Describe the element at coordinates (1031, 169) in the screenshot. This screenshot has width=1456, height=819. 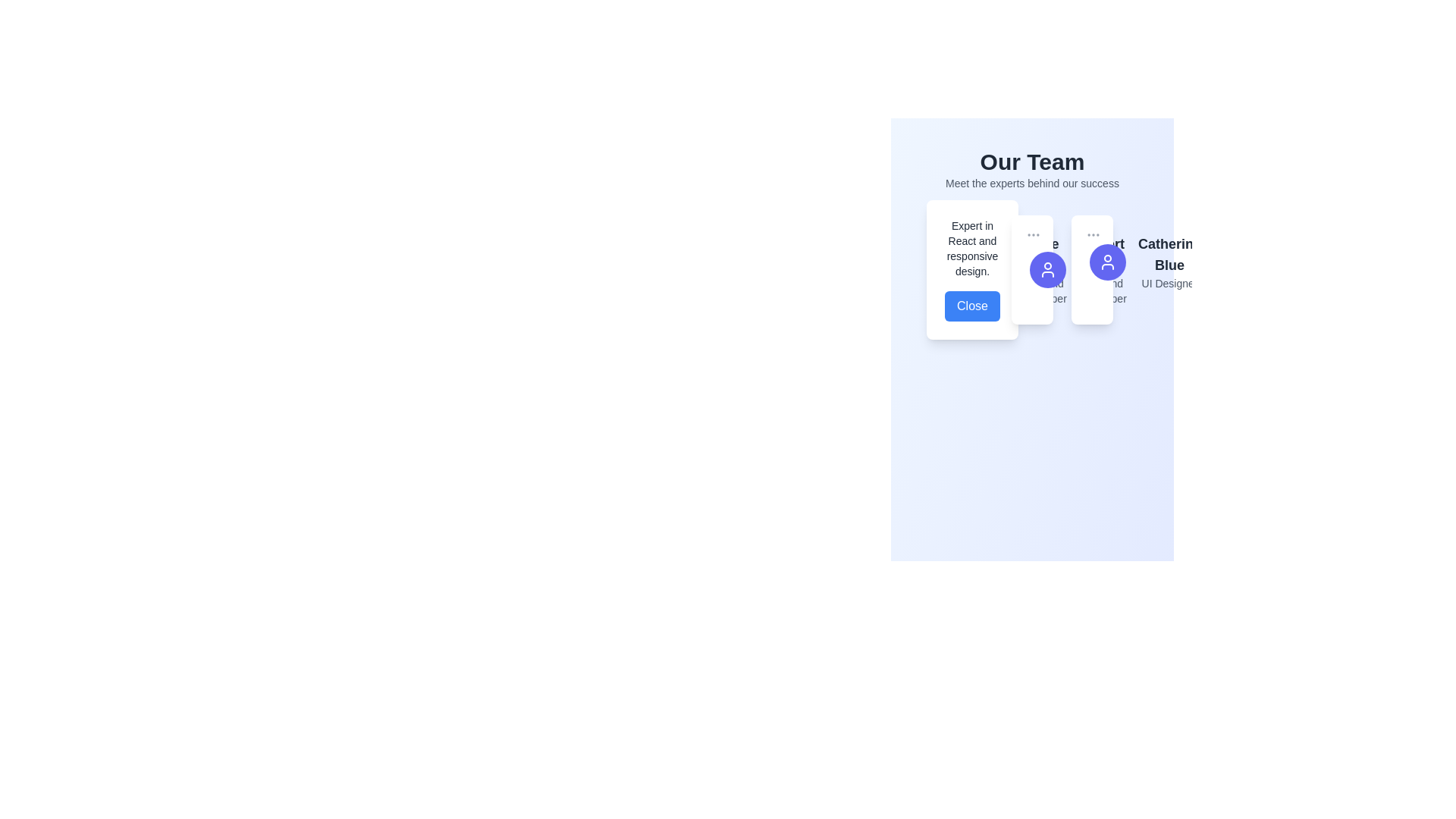
I see `the Text header with subtitle located in the upper-central area of the layout, which introduces the section about team members` at that location.